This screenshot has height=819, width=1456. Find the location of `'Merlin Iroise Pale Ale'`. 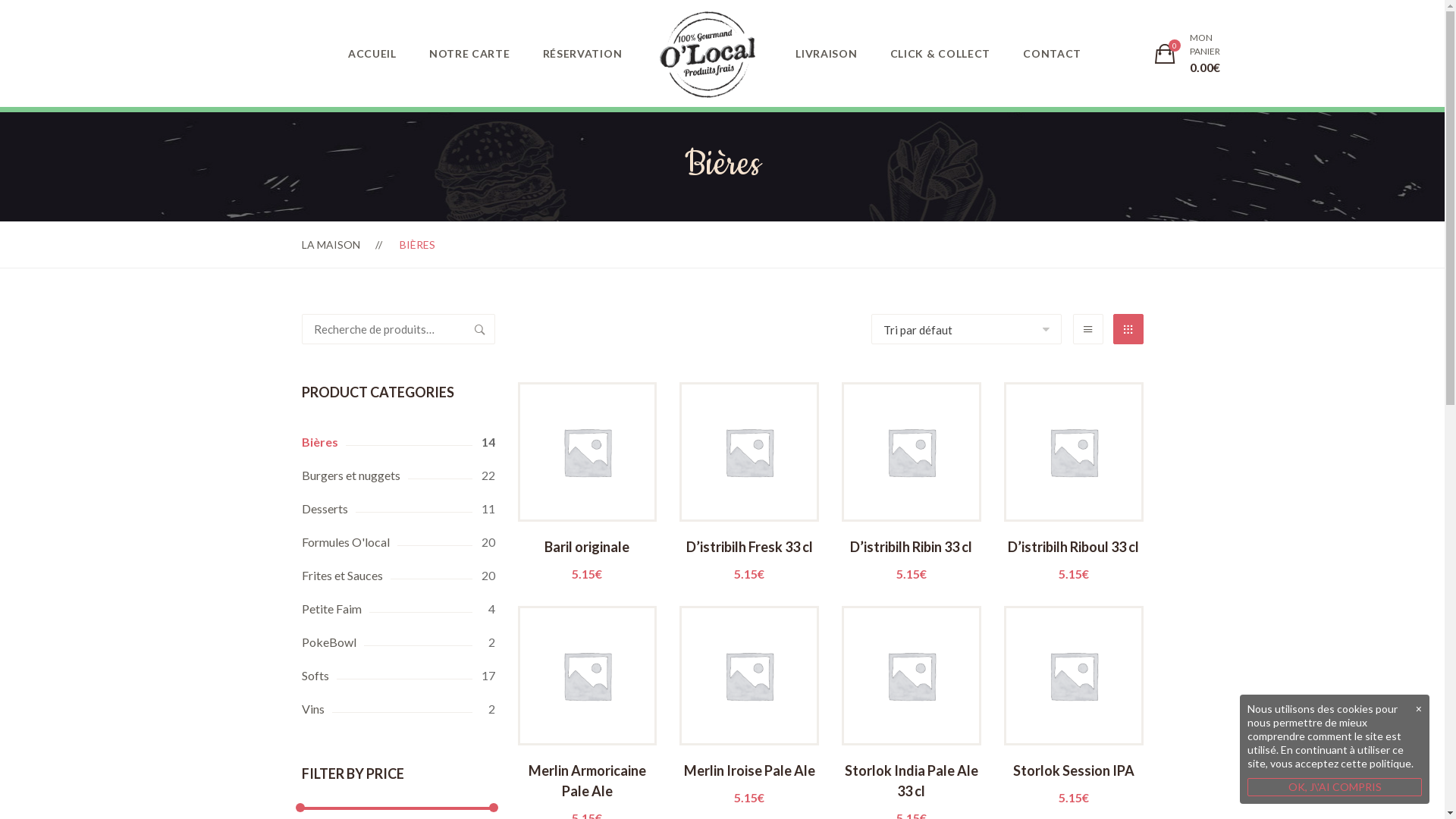

'Merlin Iroise Pale Ale' is located at coordinates (749, 781).